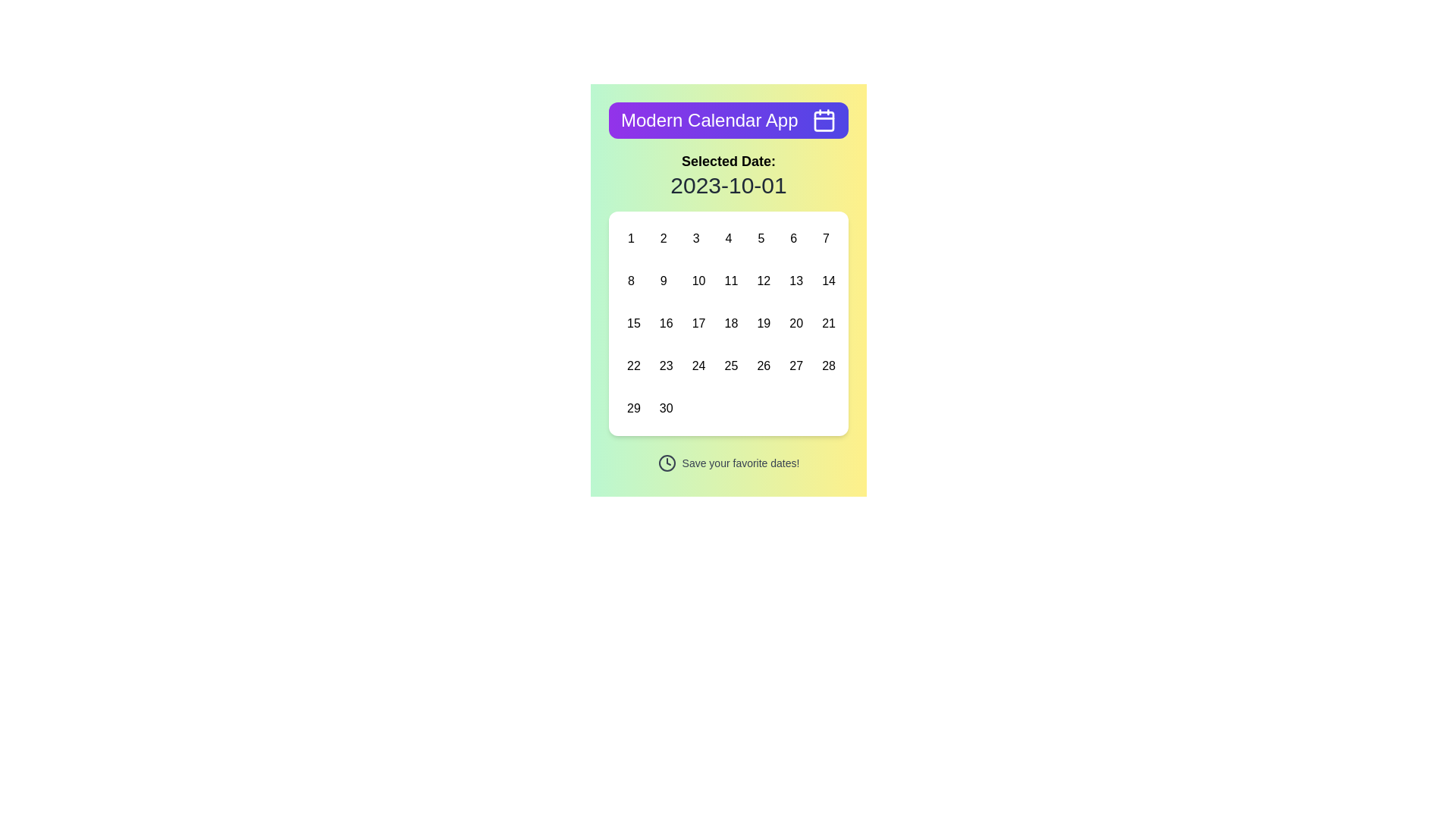  Describe the element at coordinates (728, 161) in the screenshot. I see `the bold text label displaying 'Selected Date:' which is centrally positioned above the date '2023-10-01'` at that location.